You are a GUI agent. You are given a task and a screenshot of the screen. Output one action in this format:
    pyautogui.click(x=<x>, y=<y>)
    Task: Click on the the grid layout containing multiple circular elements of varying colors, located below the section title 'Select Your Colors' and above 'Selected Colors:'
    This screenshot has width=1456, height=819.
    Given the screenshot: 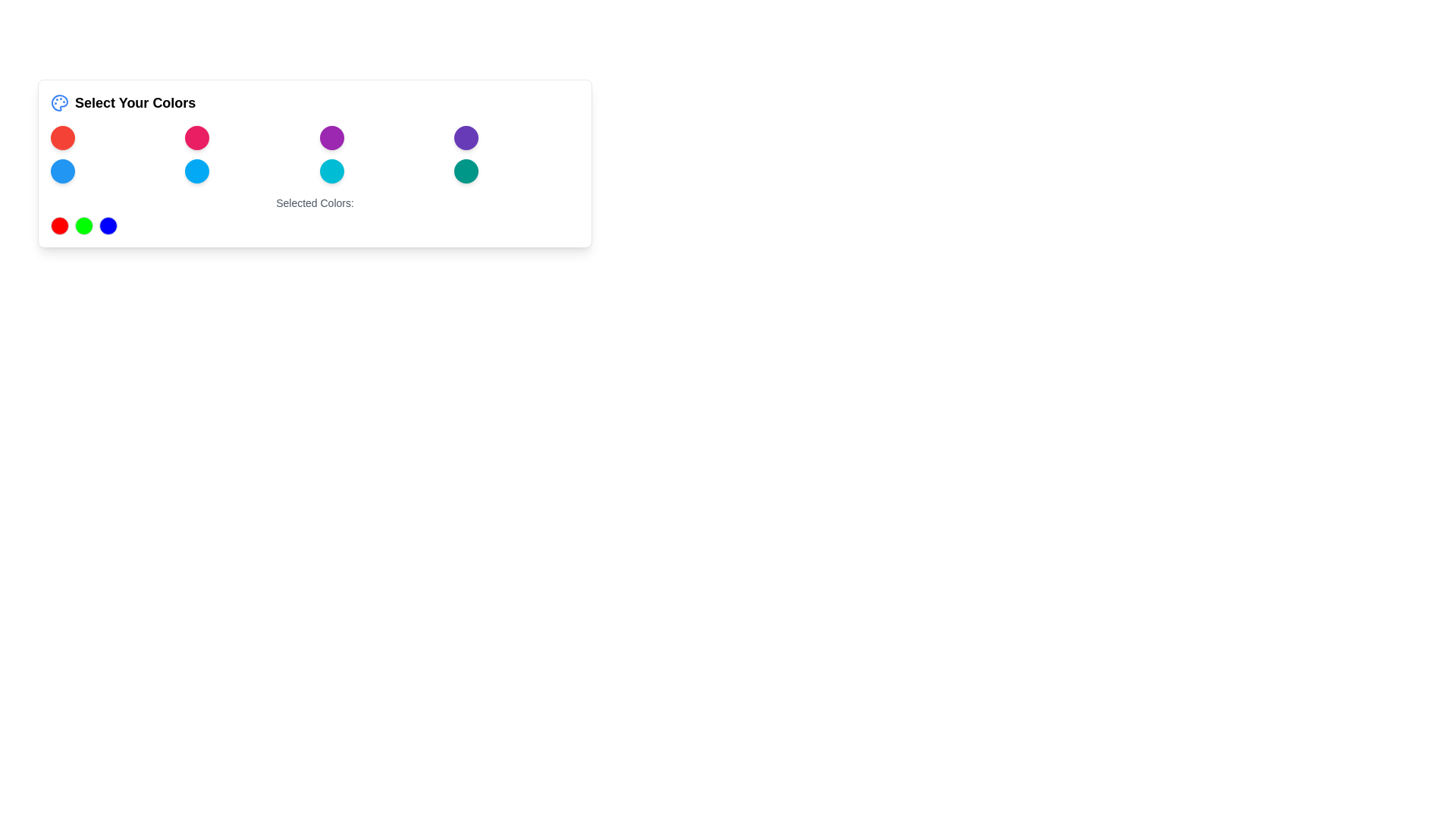 What is the action you would take?
    pyautogui.click(x=314, y=155)
    